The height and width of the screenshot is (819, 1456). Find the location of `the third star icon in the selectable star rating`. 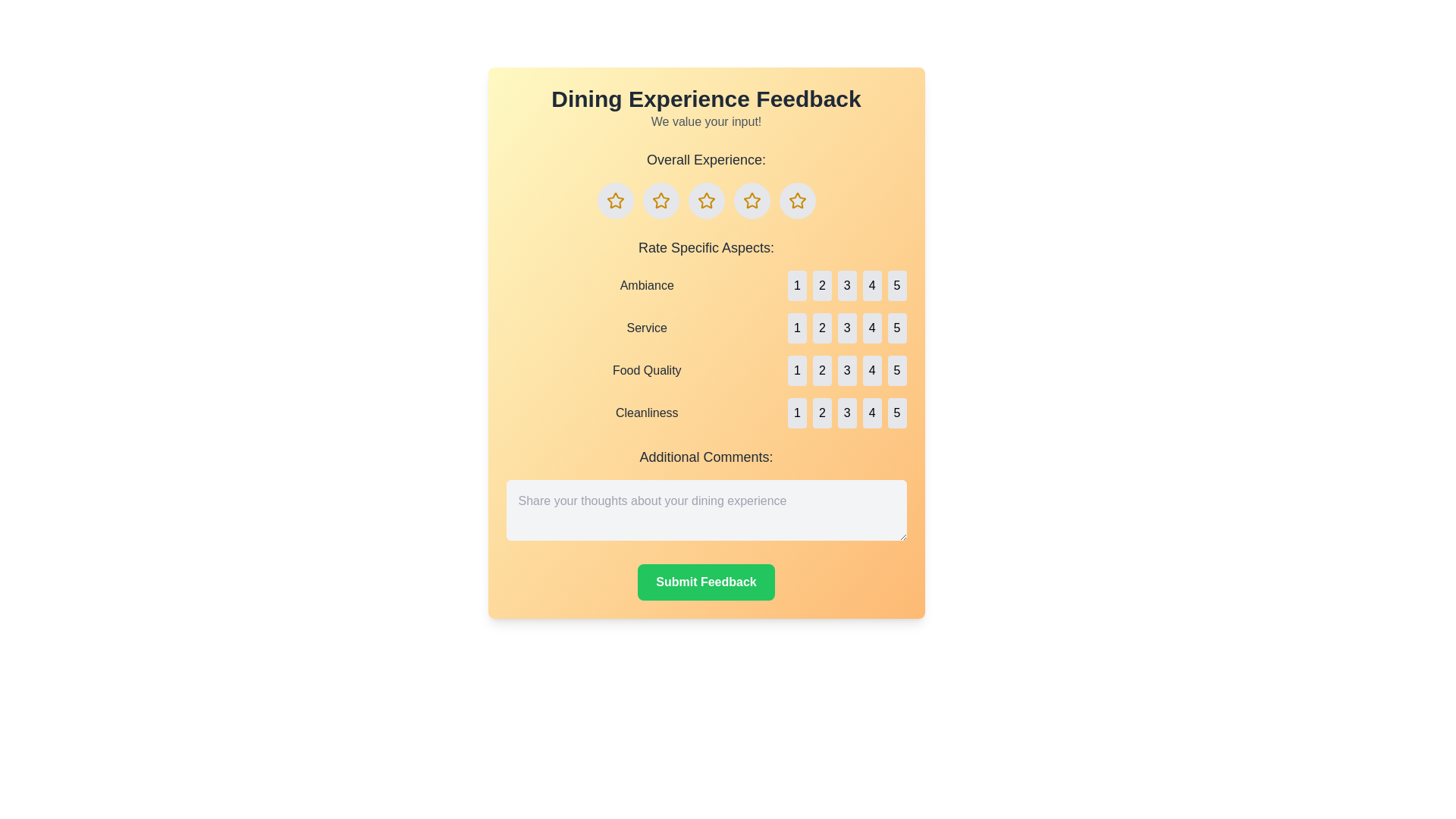

the third star icon in the selectable star rating is located at coordinates (705, 199).